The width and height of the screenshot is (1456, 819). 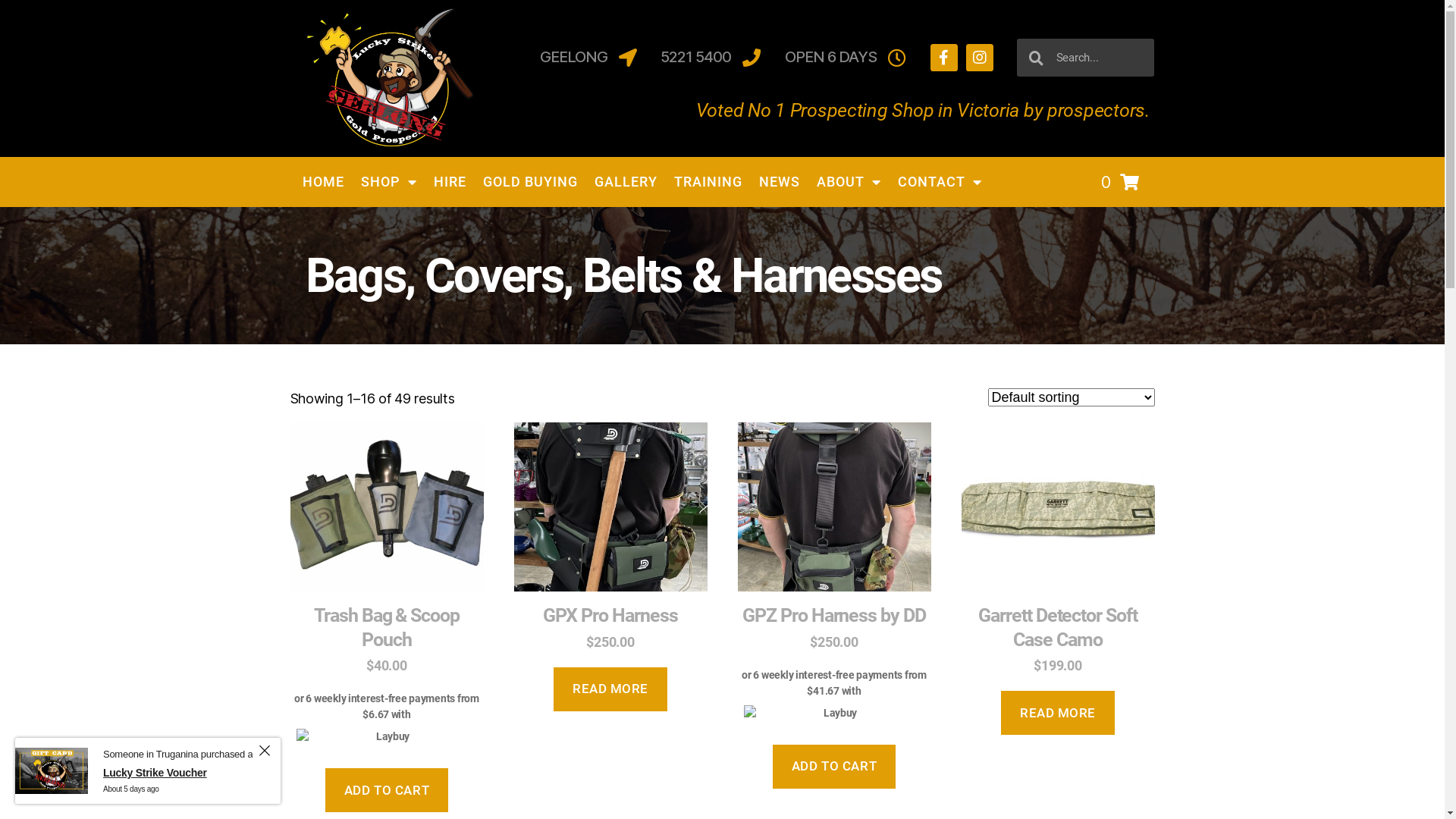 I want to click on 'NEWS', so click(x=750, y=180).